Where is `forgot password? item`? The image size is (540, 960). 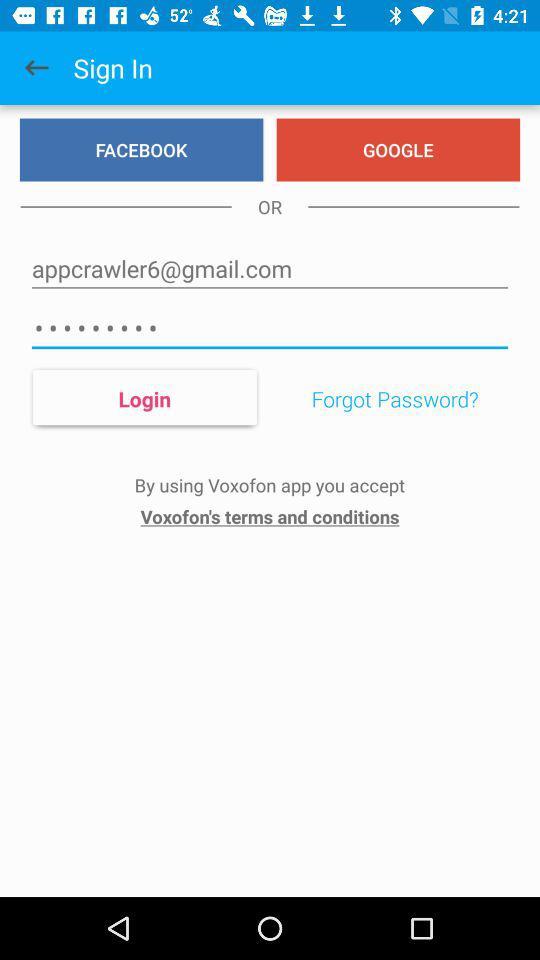 forgot password? item is located at coordinates (395, 398).